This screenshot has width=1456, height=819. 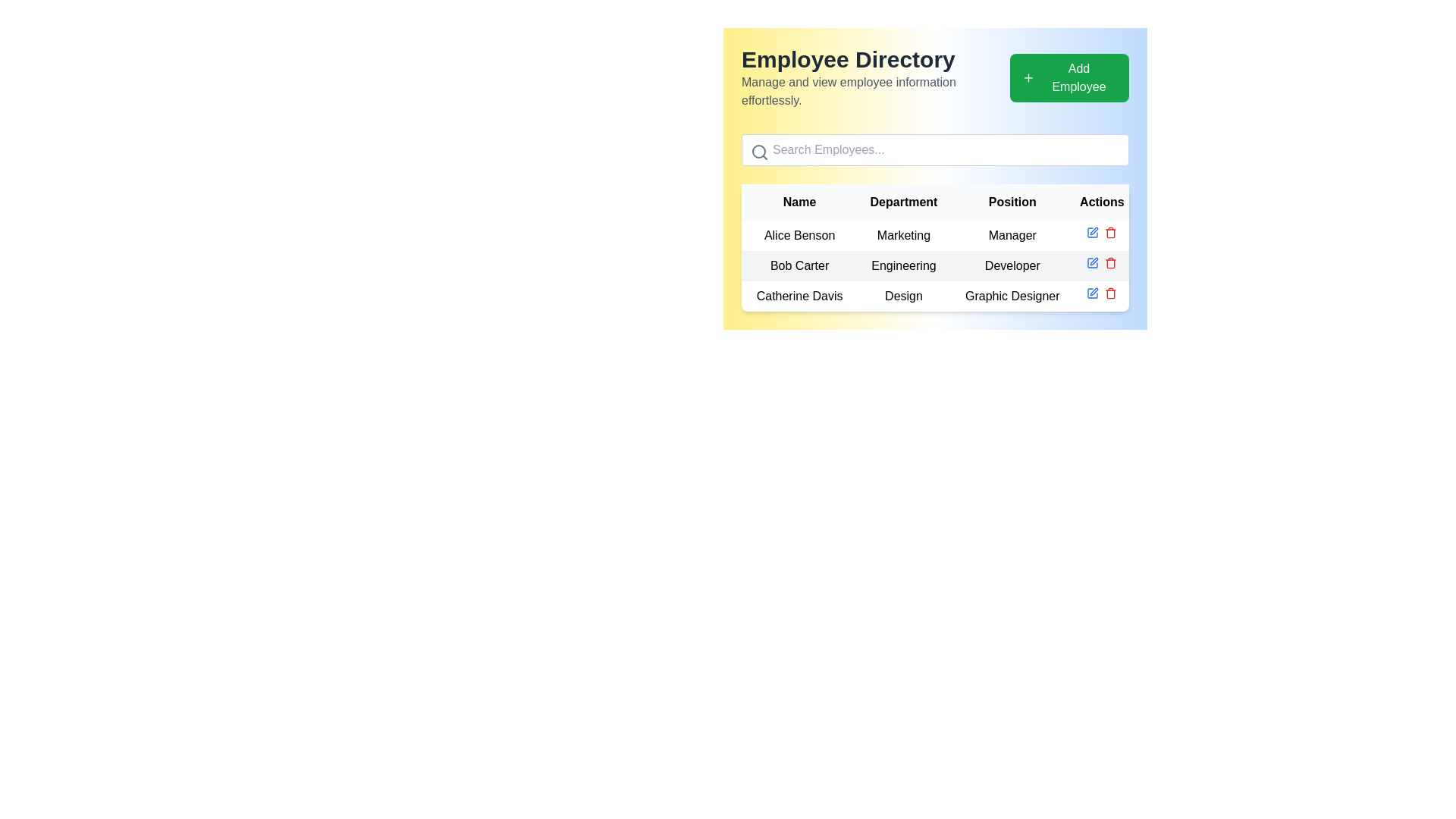 I want to click on the text label displaying 'Manage and view employee information effortlessly.' which is positioned below the 'Employee Directory' heading and within a yellow background section, so click(x=875, y=91).